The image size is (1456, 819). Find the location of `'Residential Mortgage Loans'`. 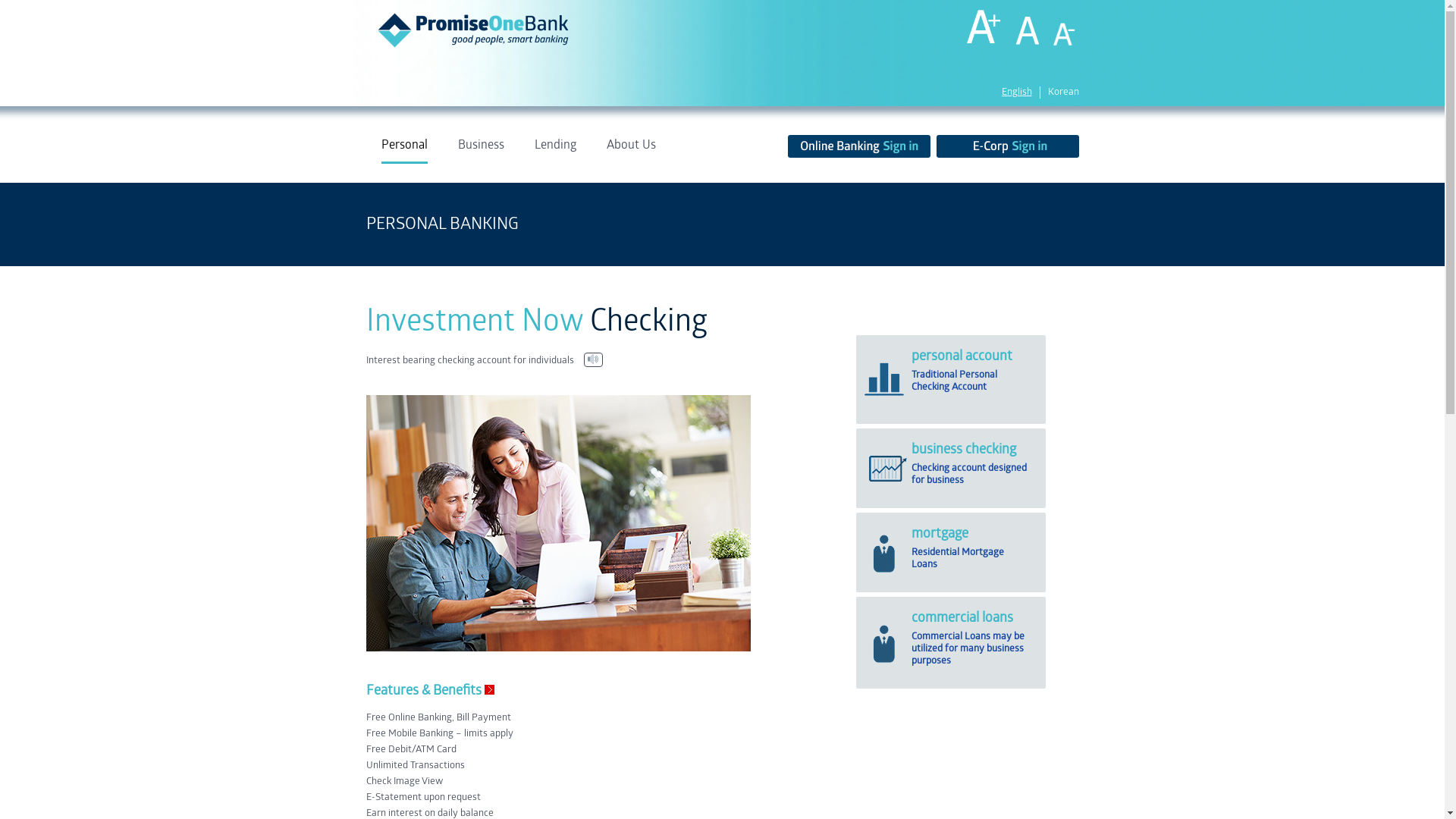

'Residential Mortgage Loans' is located at coordinates (956, 558).